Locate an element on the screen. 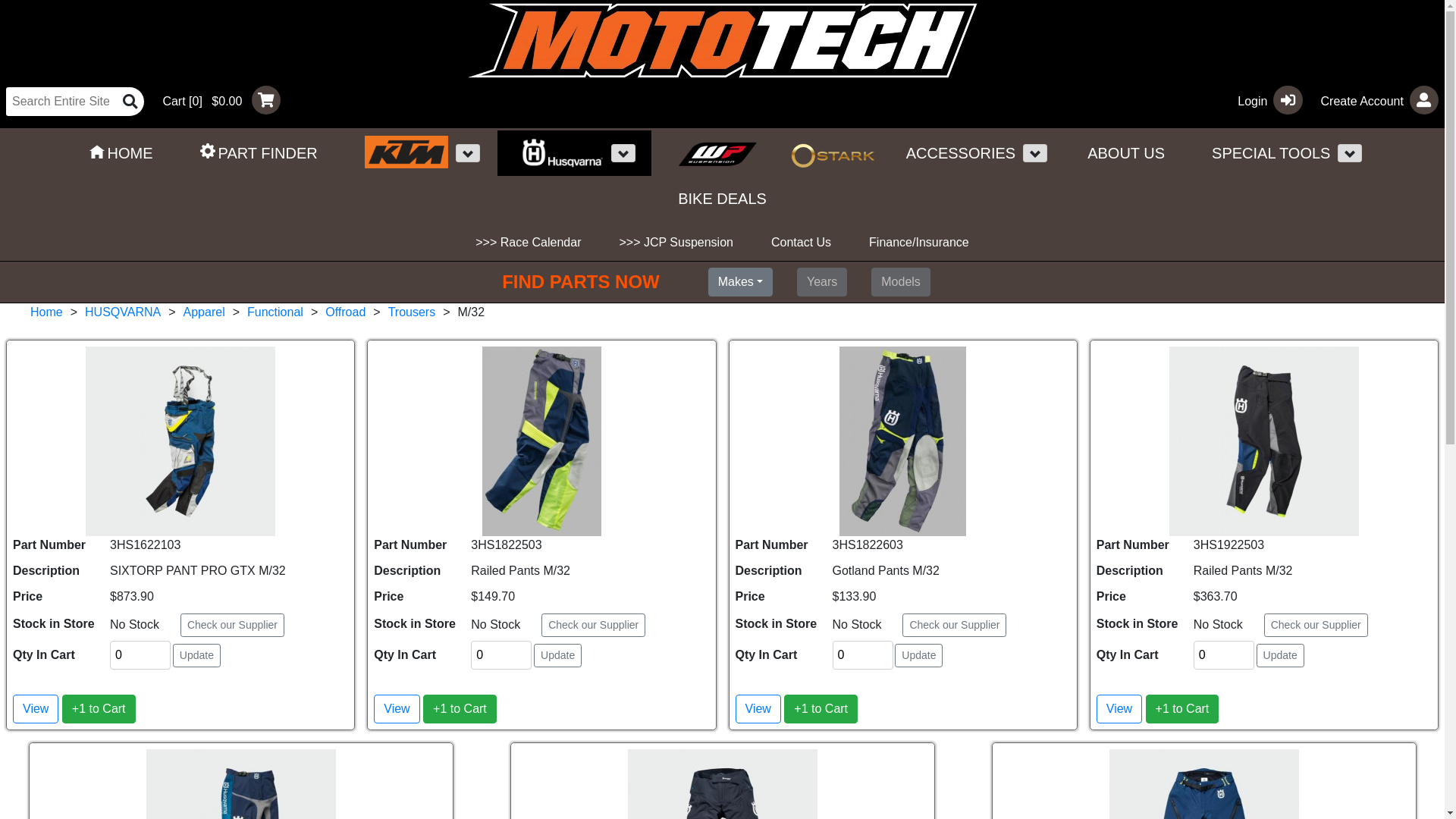  'SPECIAL TOOLS' is located at coordinates (1188, 152).